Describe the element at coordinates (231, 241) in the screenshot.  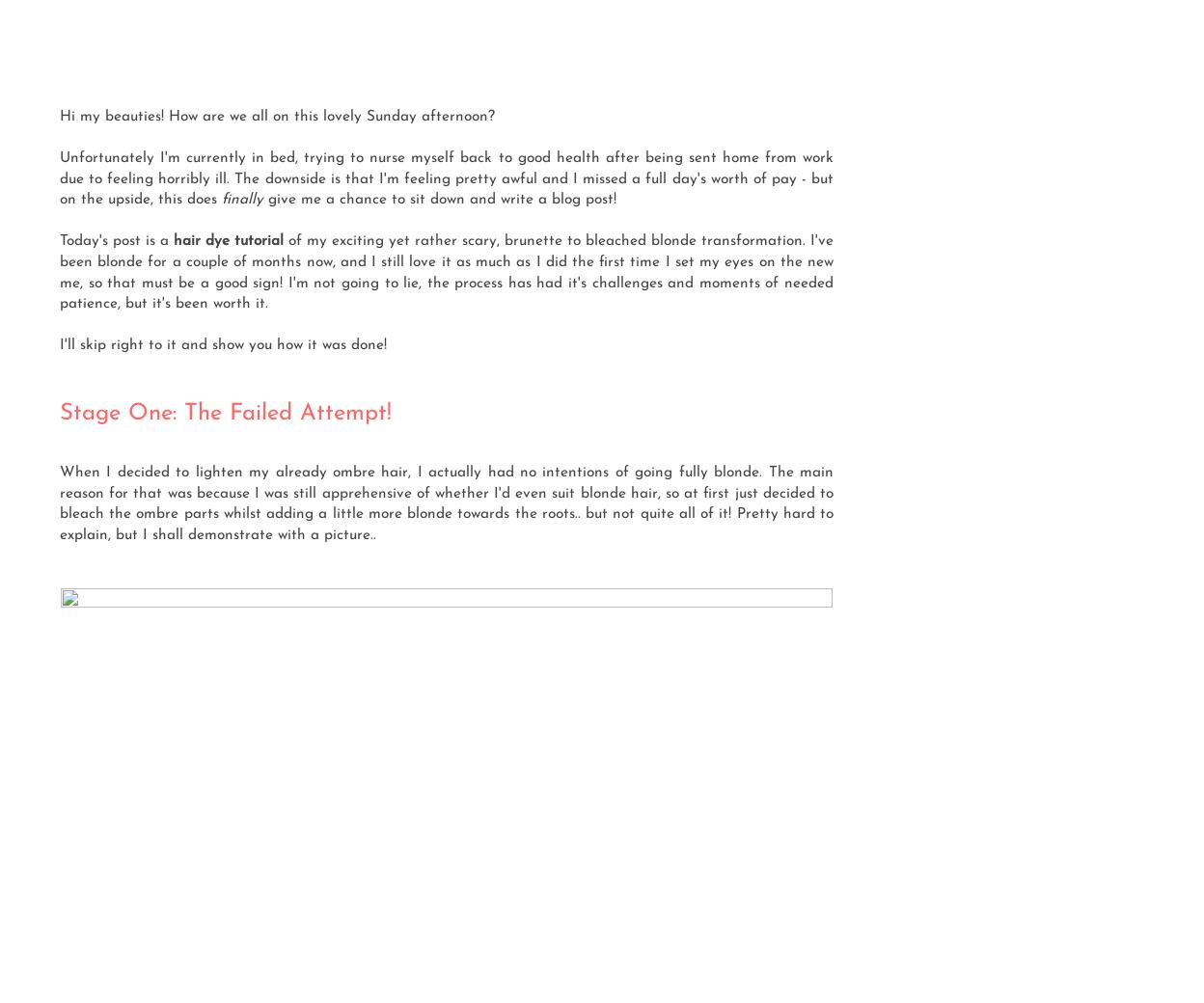
I see `'hair dye tutorial'` at that location.